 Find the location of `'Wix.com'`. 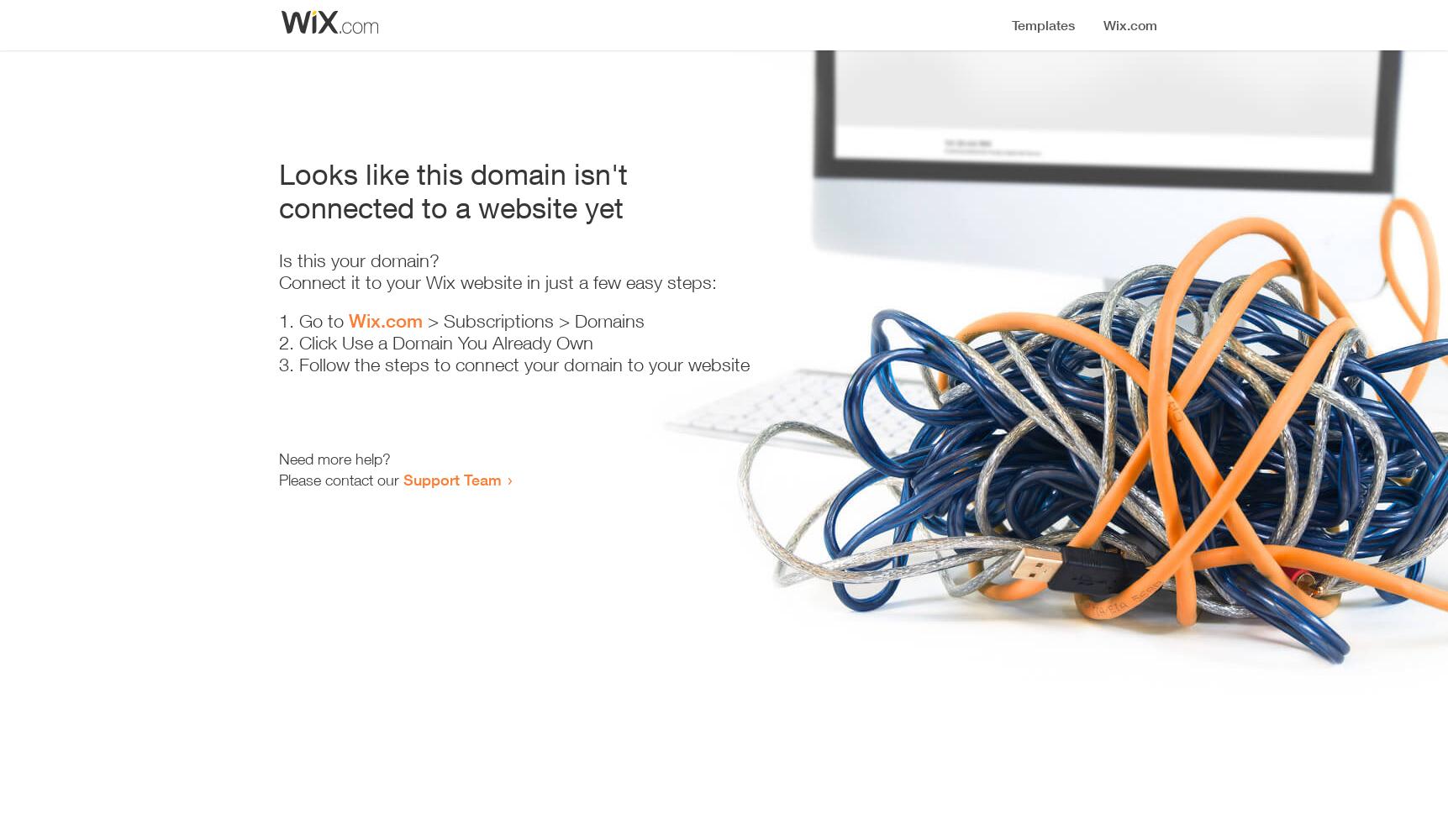

'Wix.com' is located at coordinates (384, 321).